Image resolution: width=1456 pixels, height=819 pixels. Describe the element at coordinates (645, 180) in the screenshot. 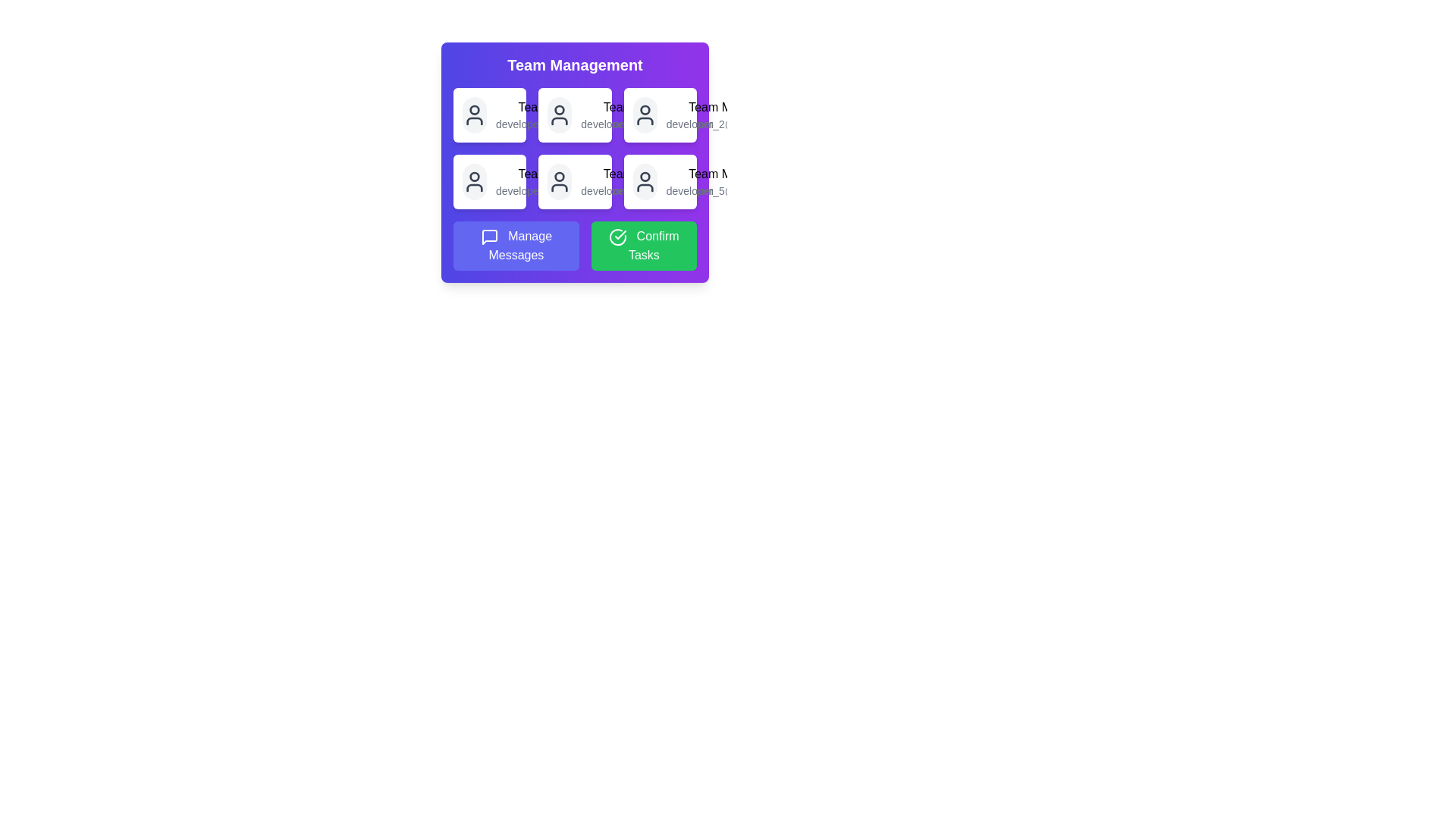

I see `the circular user profile icon with a light gray background and dark gray silhouette, located in the profile card labeled 'Team Member 6'` at that location.